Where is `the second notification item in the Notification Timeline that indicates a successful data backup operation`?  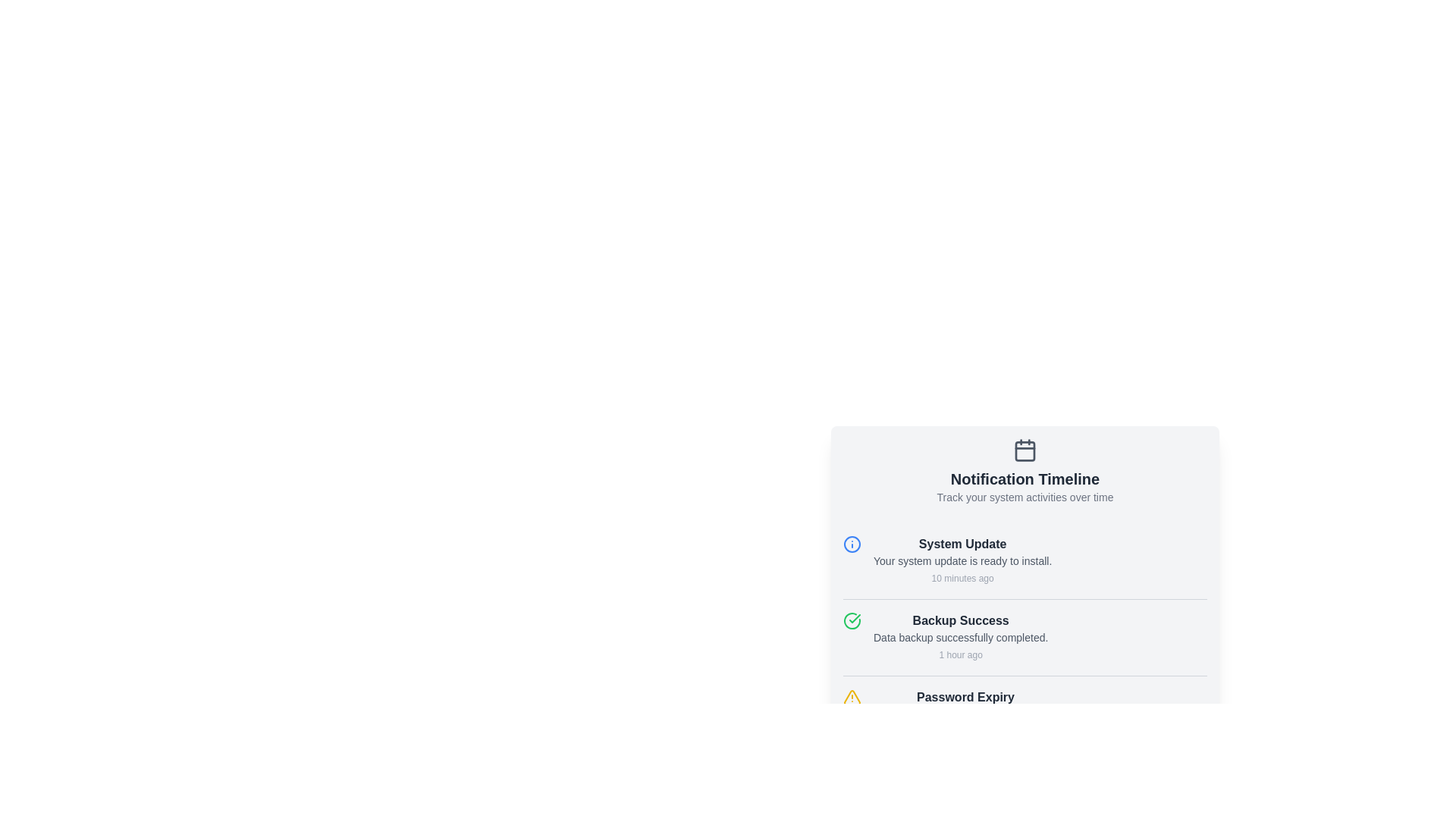
the second notification item in the Notification Timeline that indicates a successful data backup operation is located at coordinates (1025, 637).